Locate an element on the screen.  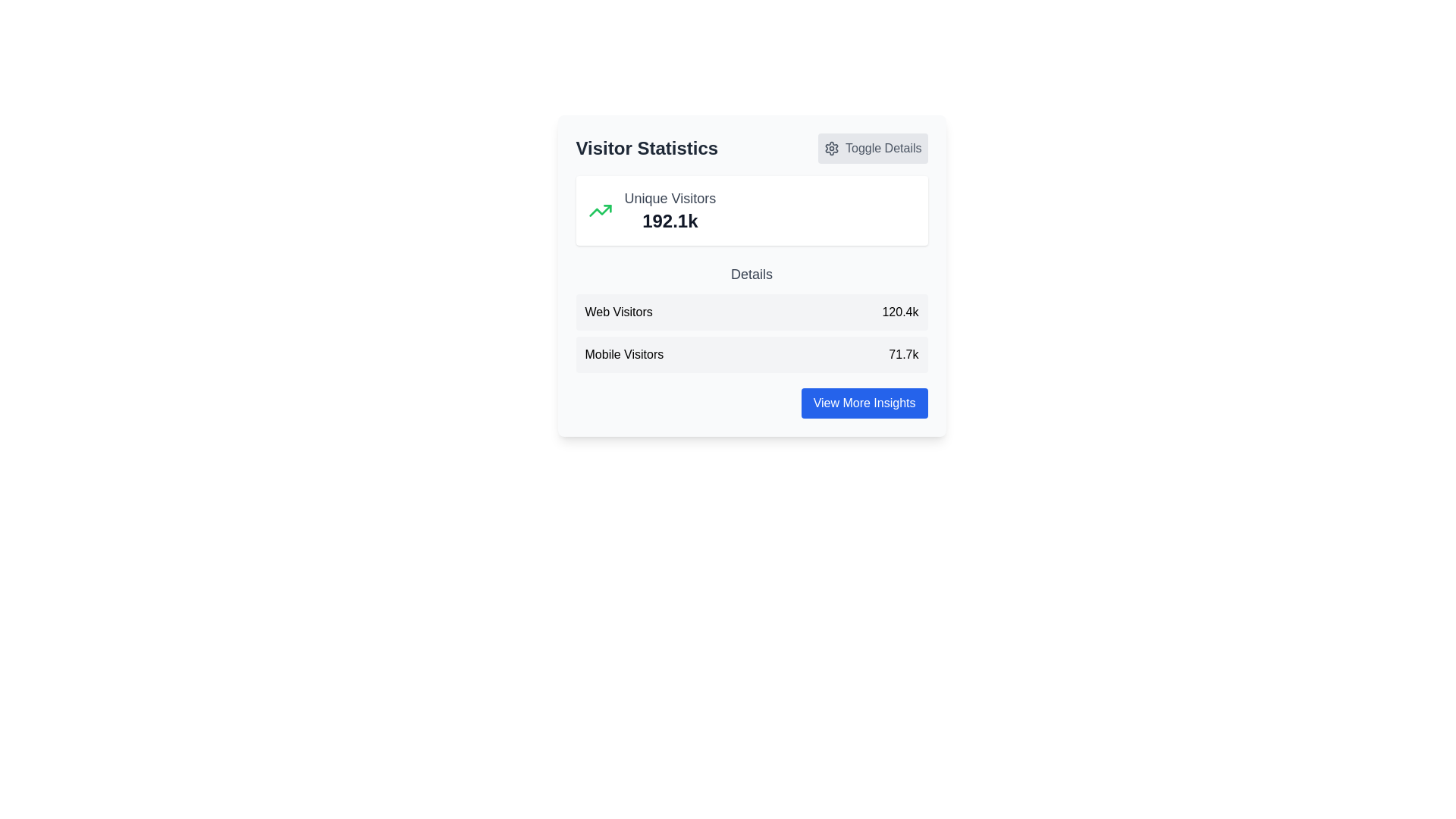
the green upward trend line icon located in the 'Unique Visitors' segment, positioned above the numerical data '192.1k' is located at coordinates (599, 210).